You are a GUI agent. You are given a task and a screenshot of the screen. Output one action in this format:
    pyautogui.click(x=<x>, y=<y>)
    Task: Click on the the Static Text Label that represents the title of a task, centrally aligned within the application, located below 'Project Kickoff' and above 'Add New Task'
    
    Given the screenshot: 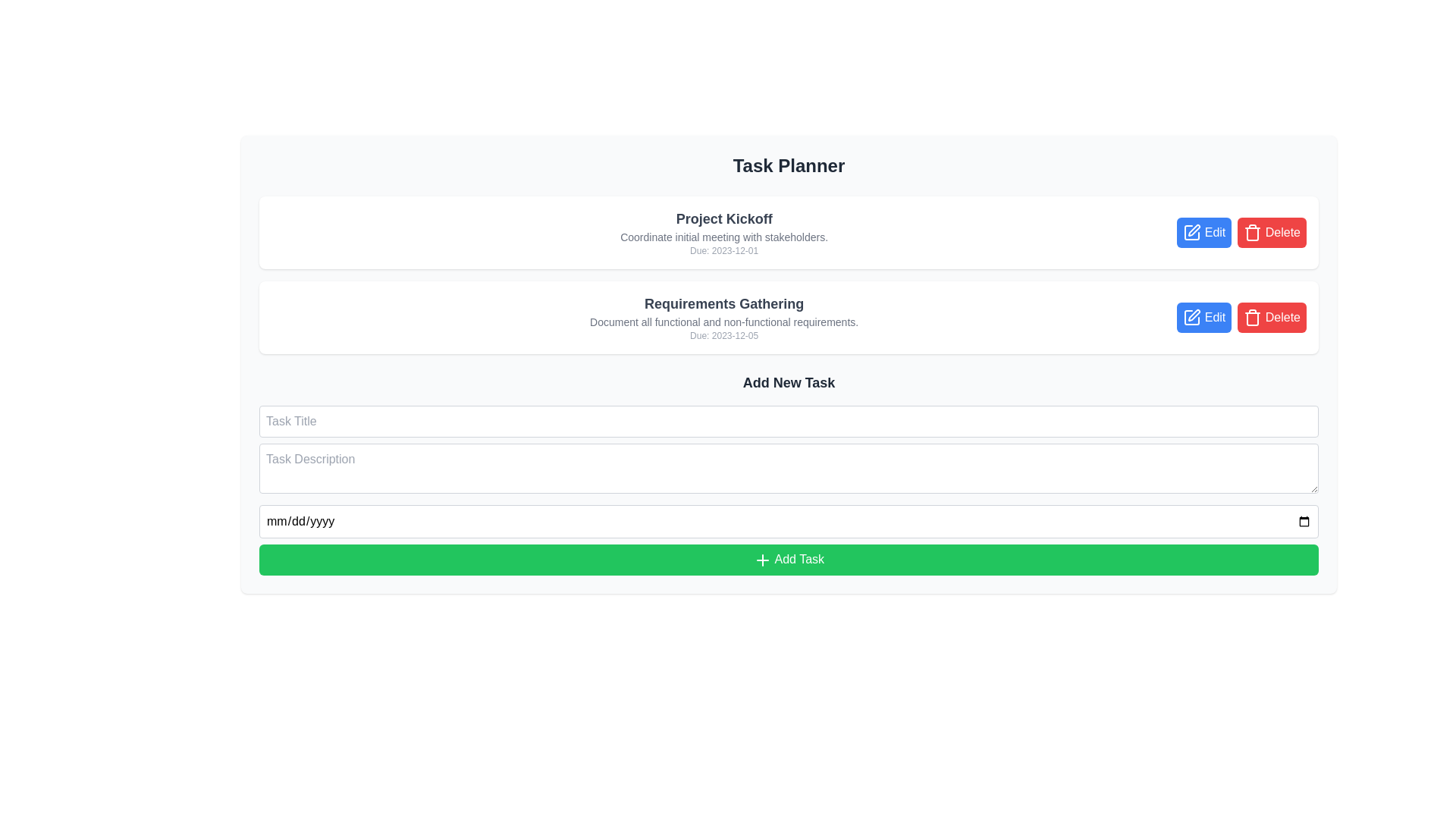 What is the action you would take?
    pyautogui.click(x=723, y=304)
    